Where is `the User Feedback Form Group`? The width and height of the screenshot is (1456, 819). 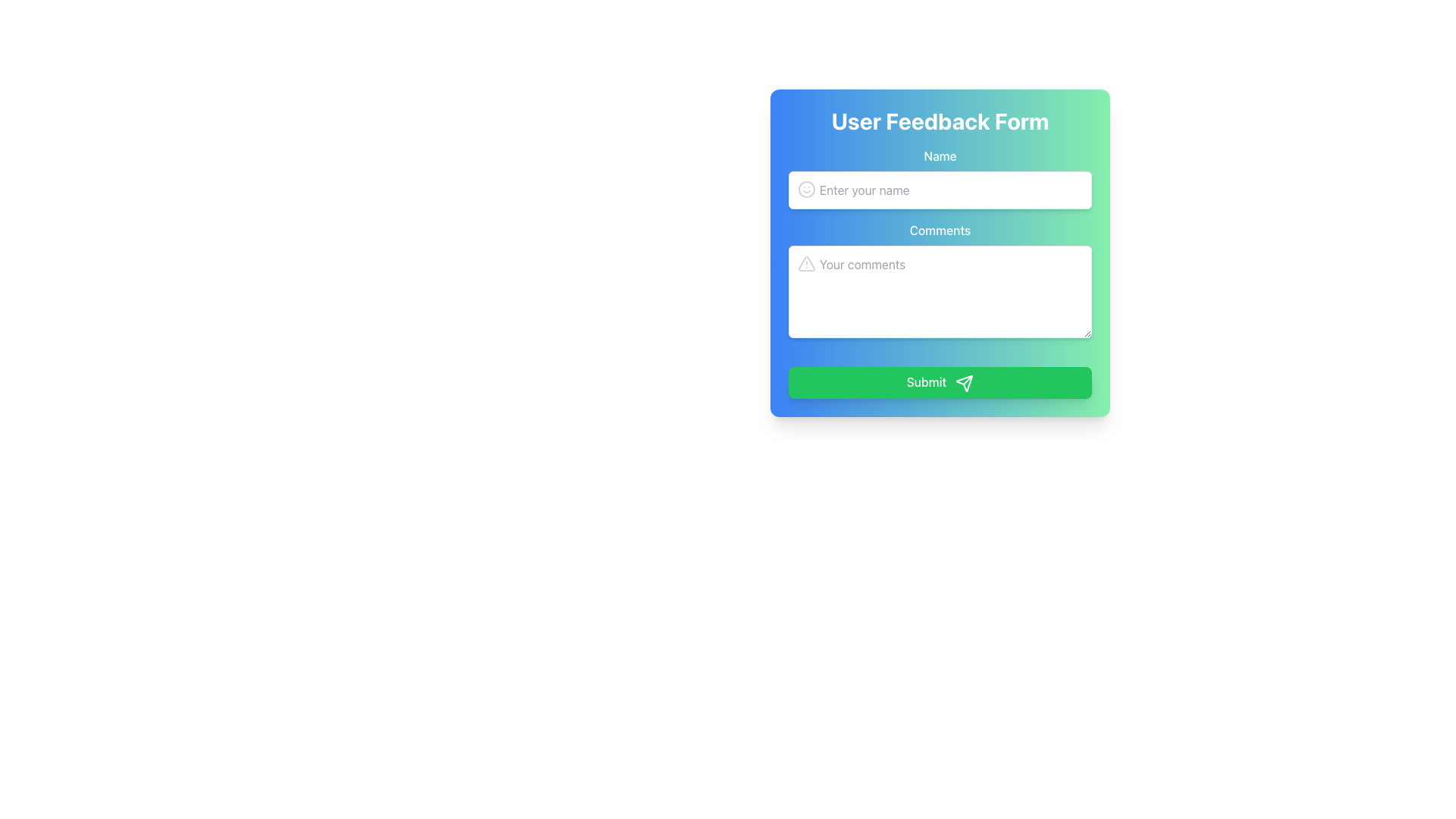
the User Feedback Form Group is located at coordinates (939, 271).